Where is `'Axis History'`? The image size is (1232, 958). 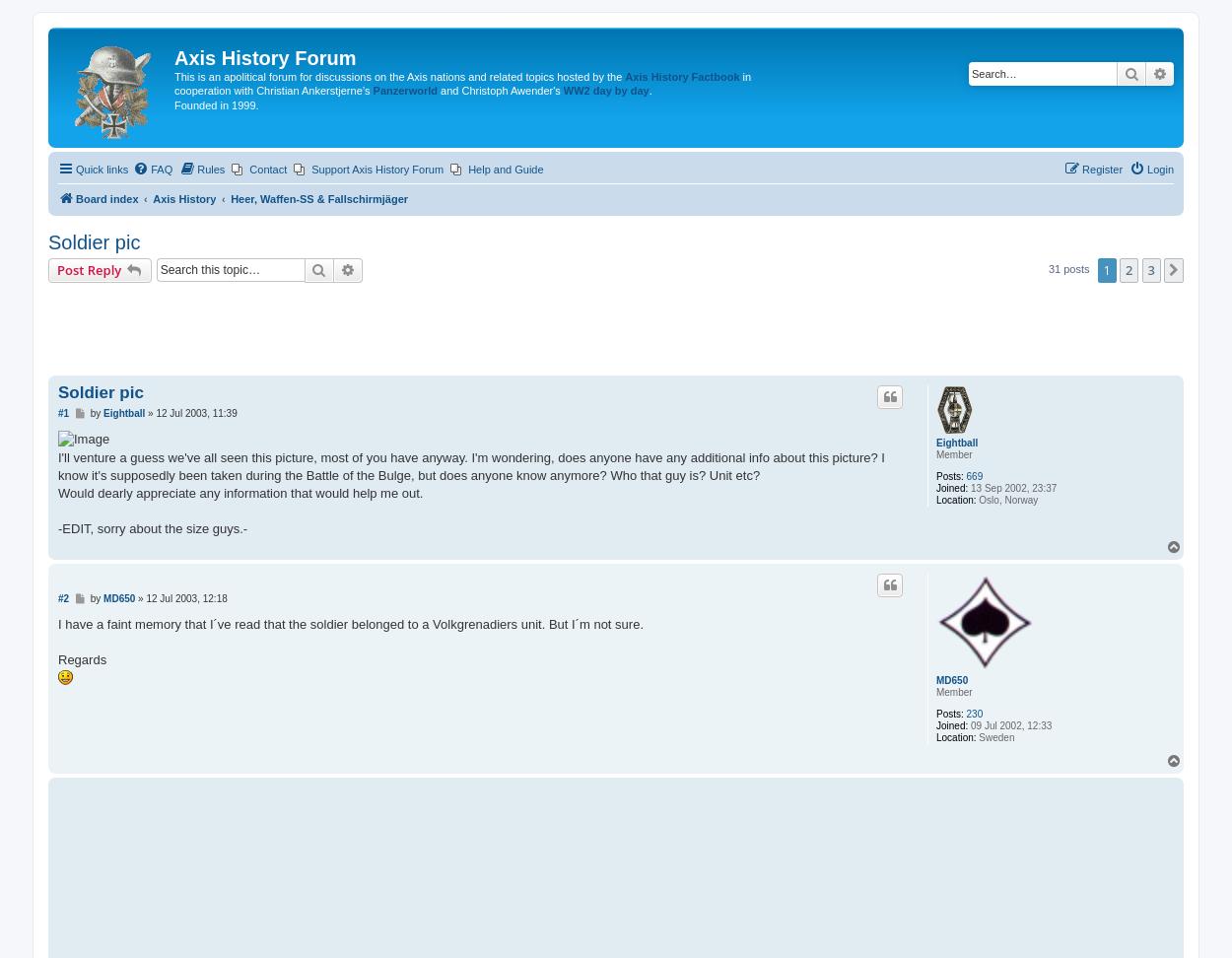 'Axis History' is located at coordinates (184, 197).